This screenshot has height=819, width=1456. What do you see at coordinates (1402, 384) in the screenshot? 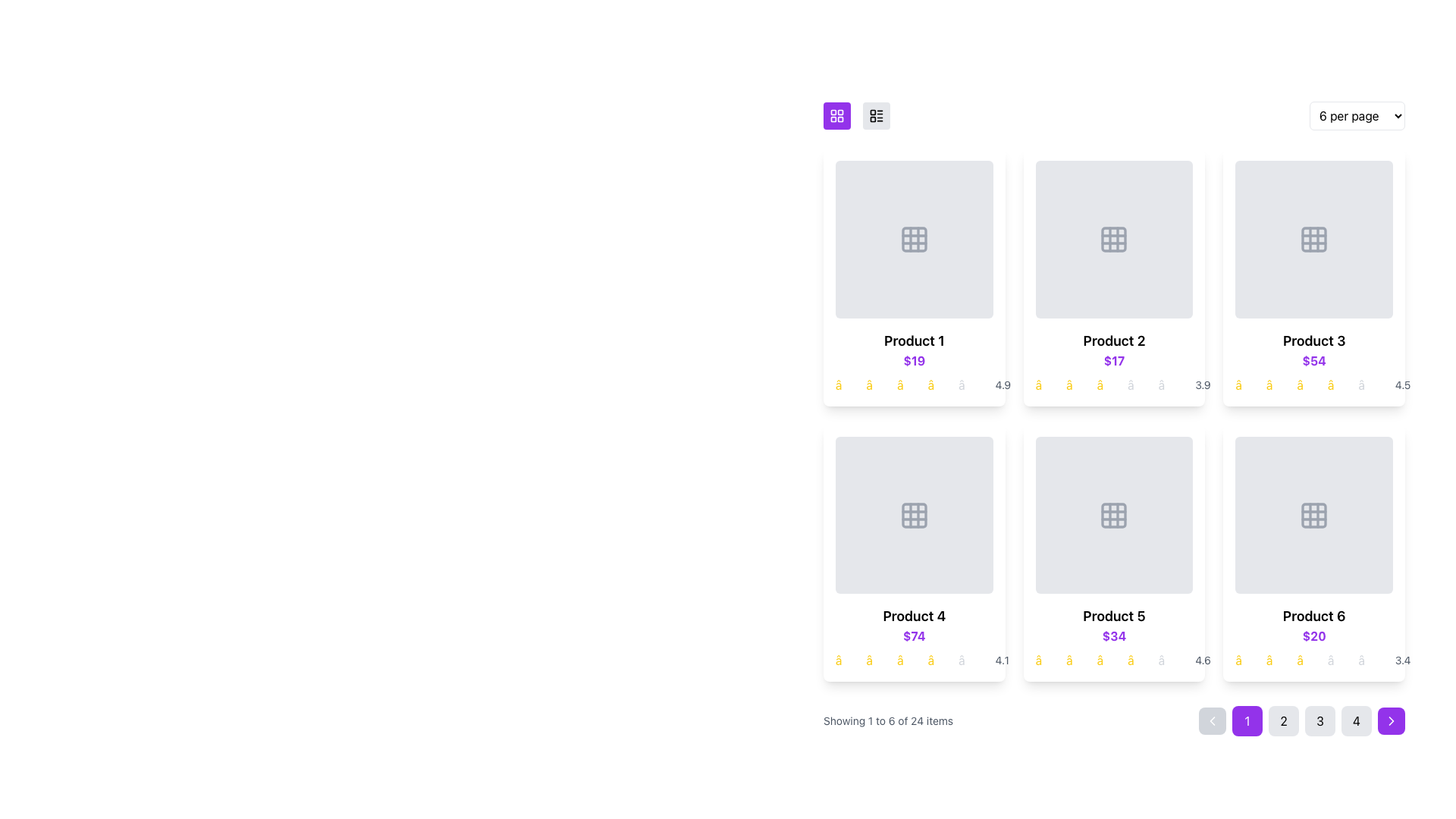
I see `the text label displaying the numeric value '4.5', which is styled in gray and positioned next to star icons indicating a rating system for 'Product 3'` at bounding box center [1402, 384].